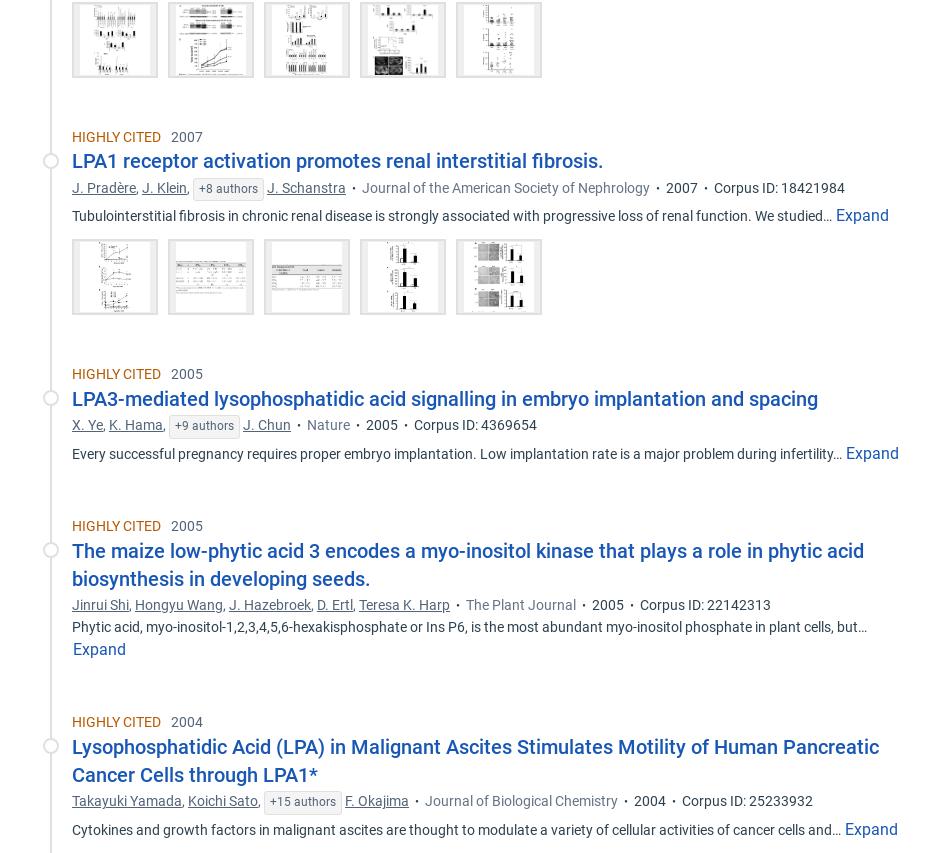 The height and width of the screenshot is (853, 950). I want to click on 'X. Ye', so click(87, 423).